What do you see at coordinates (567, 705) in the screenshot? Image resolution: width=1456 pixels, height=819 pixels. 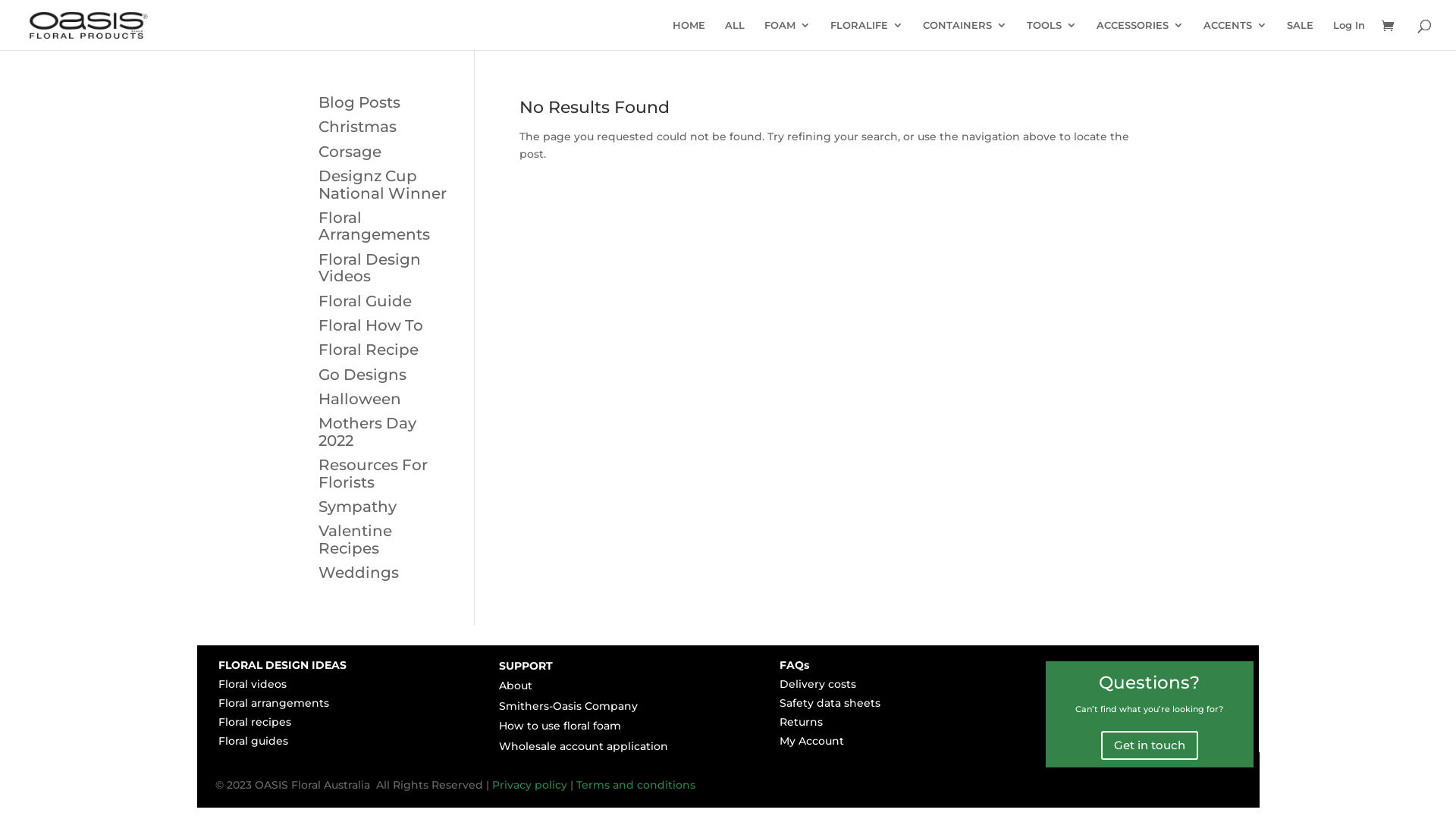 I see `'Smithers-Oasis Company'` at bounding box center [567, 705].